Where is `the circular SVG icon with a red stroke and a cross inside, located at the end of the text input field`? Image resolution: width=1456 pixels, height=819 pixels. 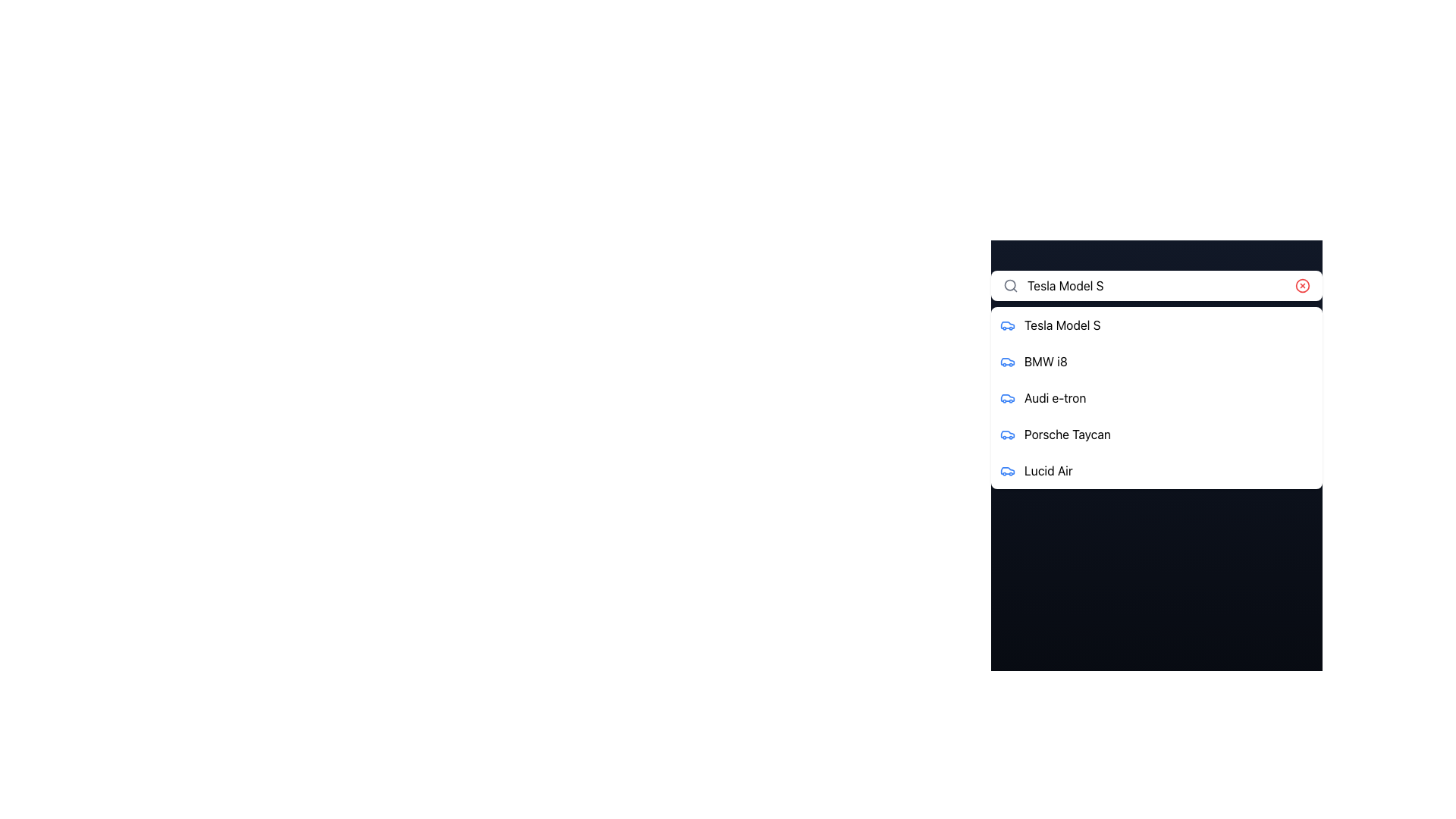 the circular SVG icon with a red stroke and a cross inside, located at the end of the text input field is located at coordinates (1302, 286).